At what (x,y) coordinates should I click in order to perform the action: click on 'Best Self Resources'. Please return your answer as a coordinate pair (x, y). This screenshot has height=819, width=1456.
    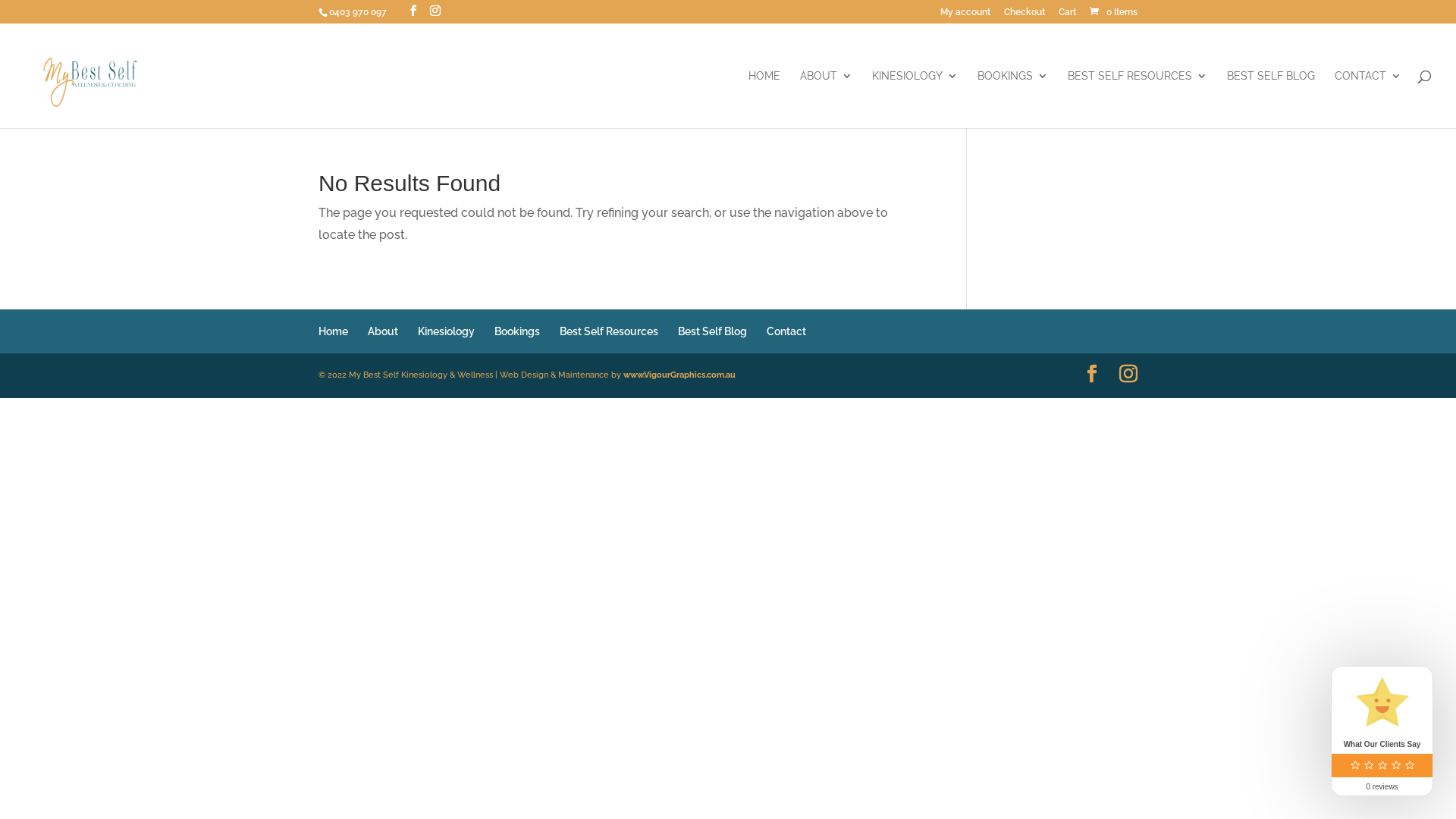
    Looking at the image, I should click on (608, 330).